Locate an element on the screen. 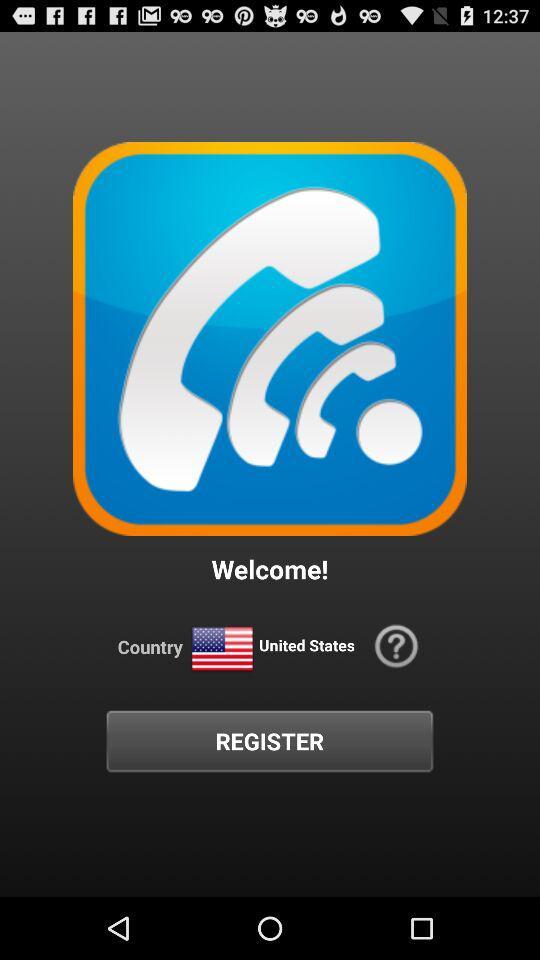  icon to the left of united states is located at coordinates (221, 648).